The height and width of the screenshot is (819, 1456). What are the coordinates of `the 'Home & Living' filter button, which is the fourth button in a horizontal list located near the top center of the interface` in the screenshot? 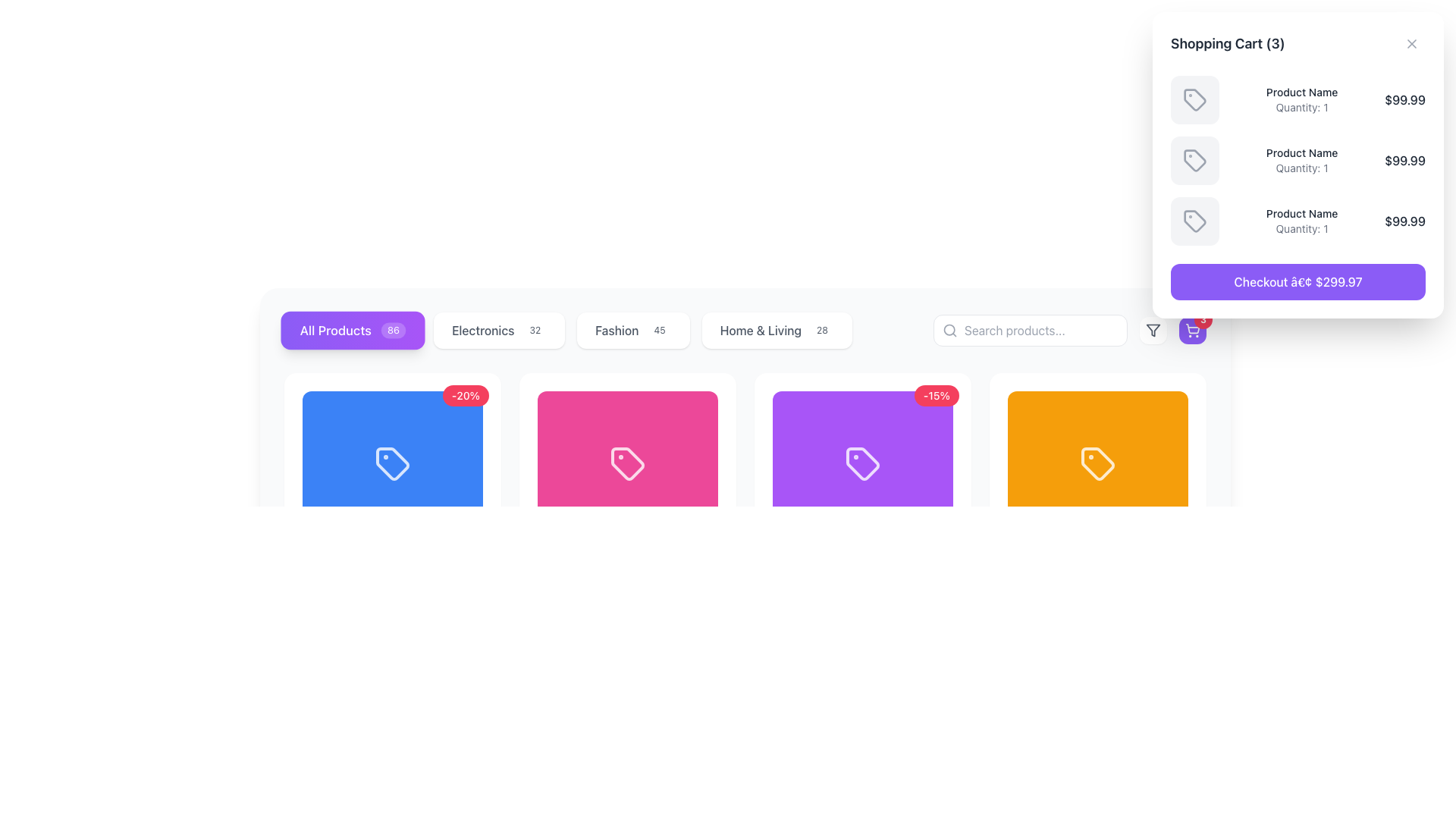 It's located at (777, 329).